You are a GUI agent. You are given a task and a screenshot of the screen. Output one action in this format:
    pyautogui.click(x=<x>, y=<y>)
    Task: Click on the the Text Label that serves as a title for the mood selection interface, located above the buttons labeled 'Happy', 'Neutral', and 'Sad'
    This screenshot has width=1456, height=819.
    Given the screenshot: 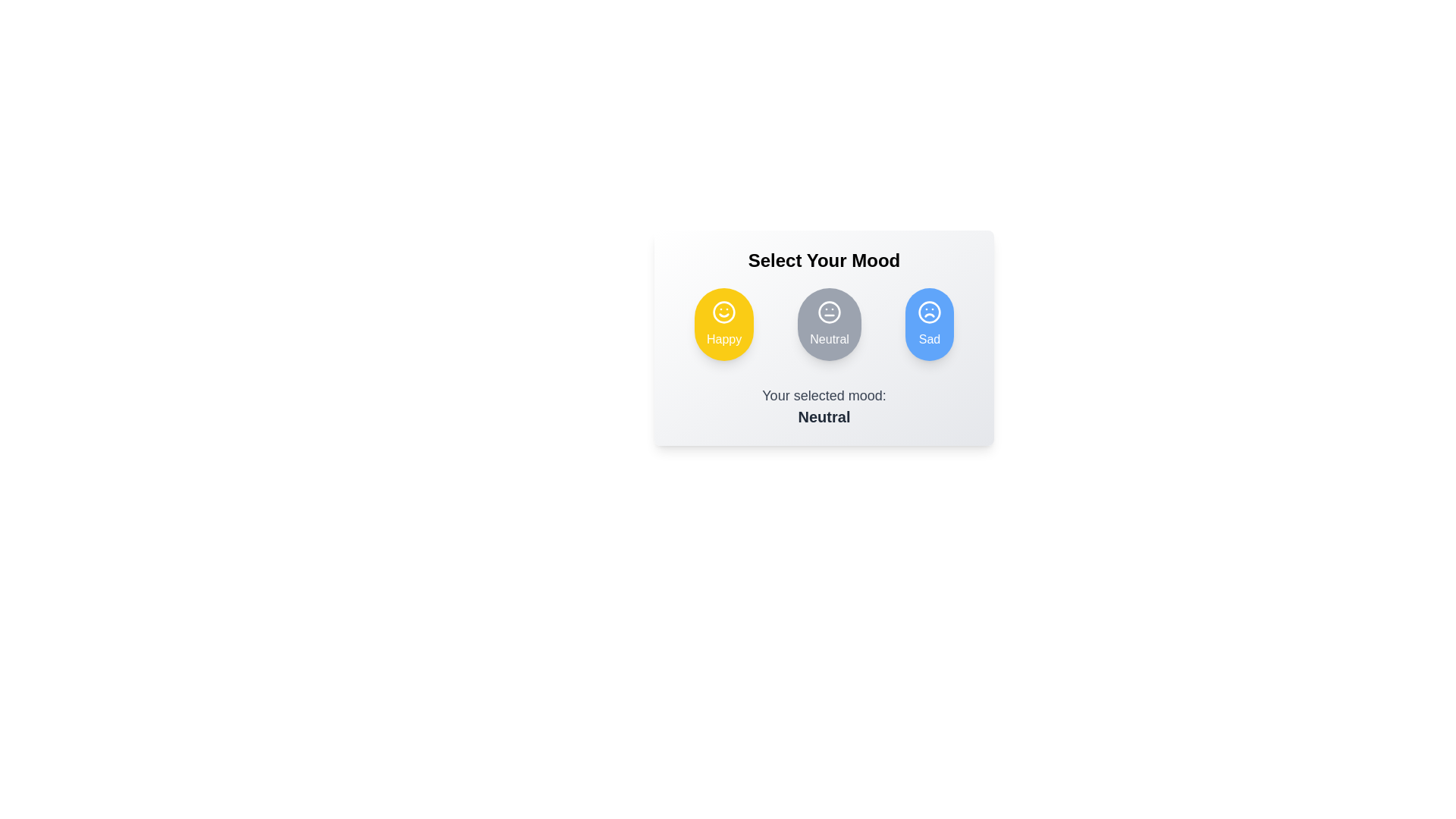 What is the action you would take?
    pyautogui.click(x=823, y=259)
    